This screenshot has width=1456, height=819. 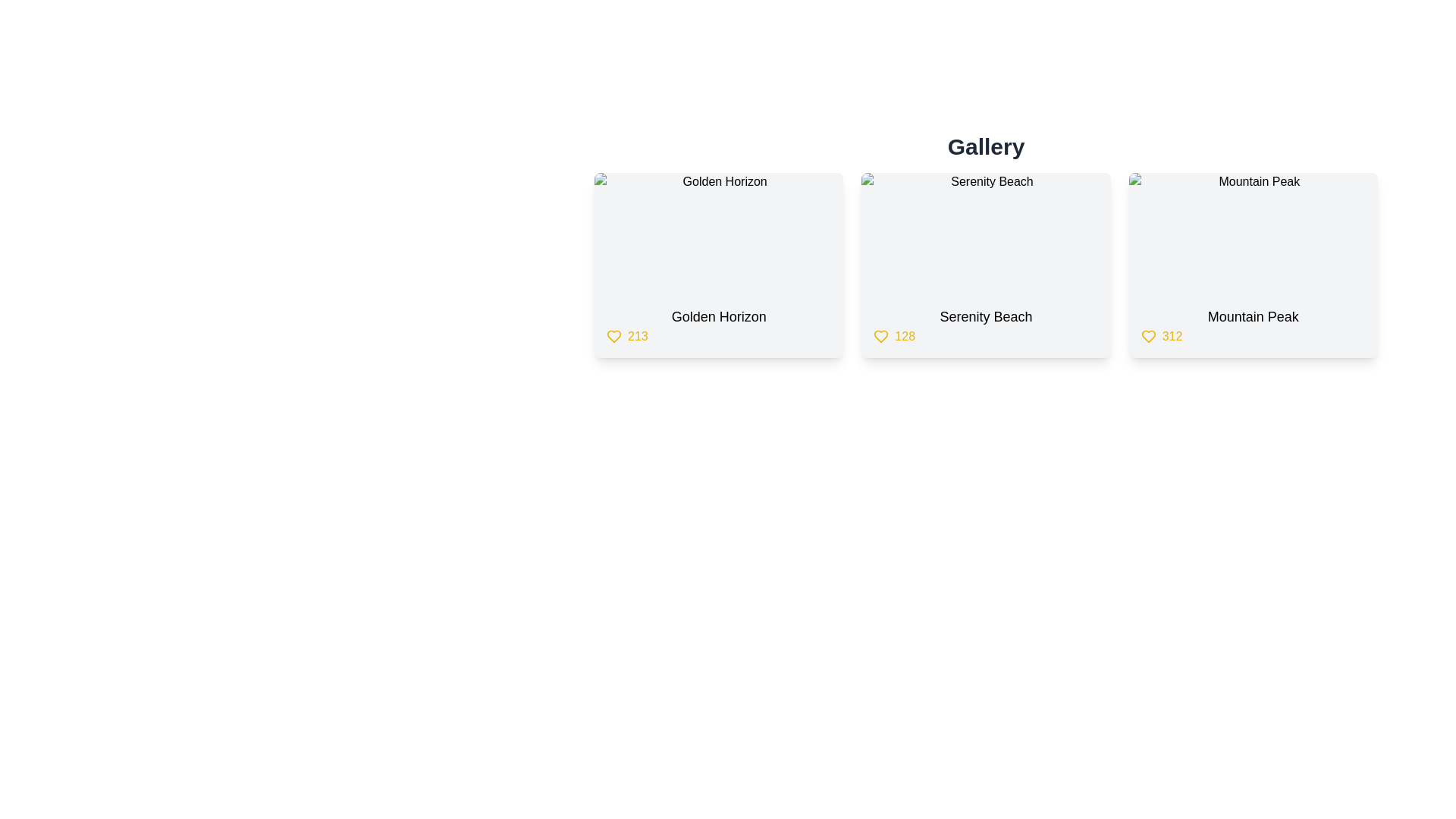 What do you see at coordinates (614, 335) in the screenshot?
I see `the heart-shaped icon with a yellow outline that symbolizes 'like' or 'favorite', located in the bottom-left corner of the first card in a horizontal grid, preceding the number '213'` at bounding box center [614, 335].